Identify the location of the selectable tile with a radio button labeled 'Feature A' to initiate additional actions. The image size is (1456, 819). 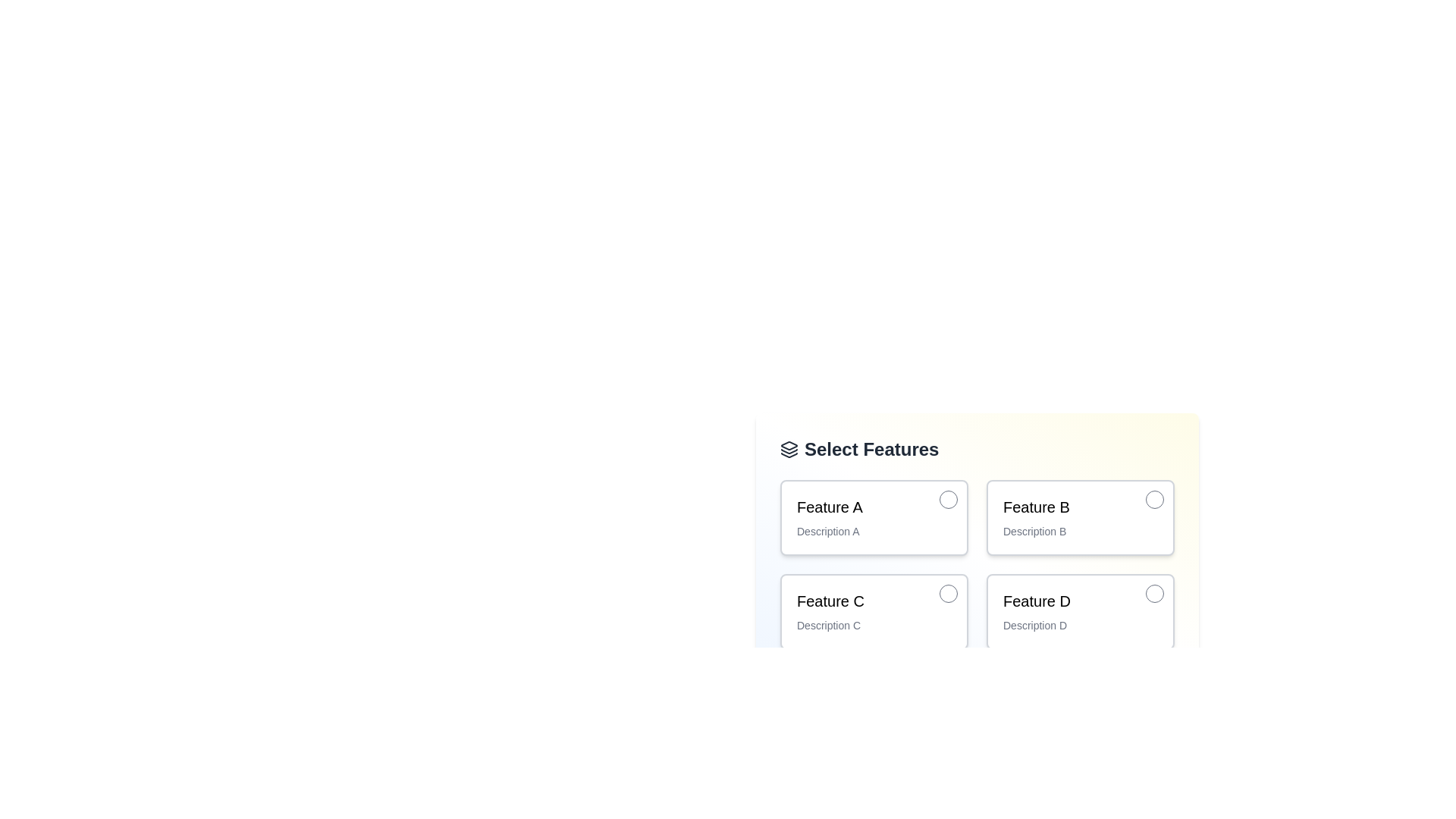
(874, 516).